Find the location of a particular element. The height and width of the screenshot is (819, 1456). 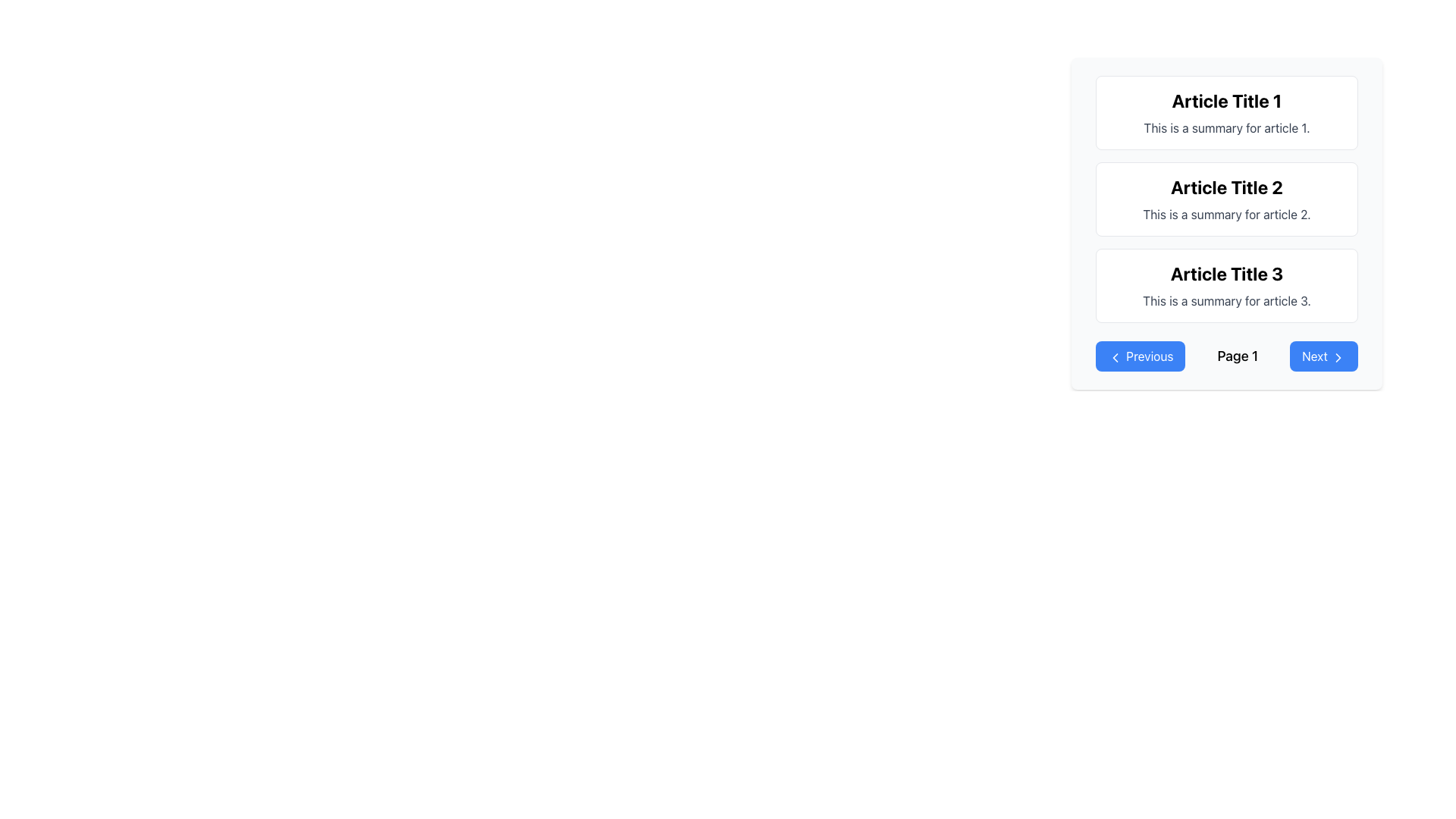

the right-pointing chevron icon within the blue 'Next' button is located at coordinates (1338, 357).